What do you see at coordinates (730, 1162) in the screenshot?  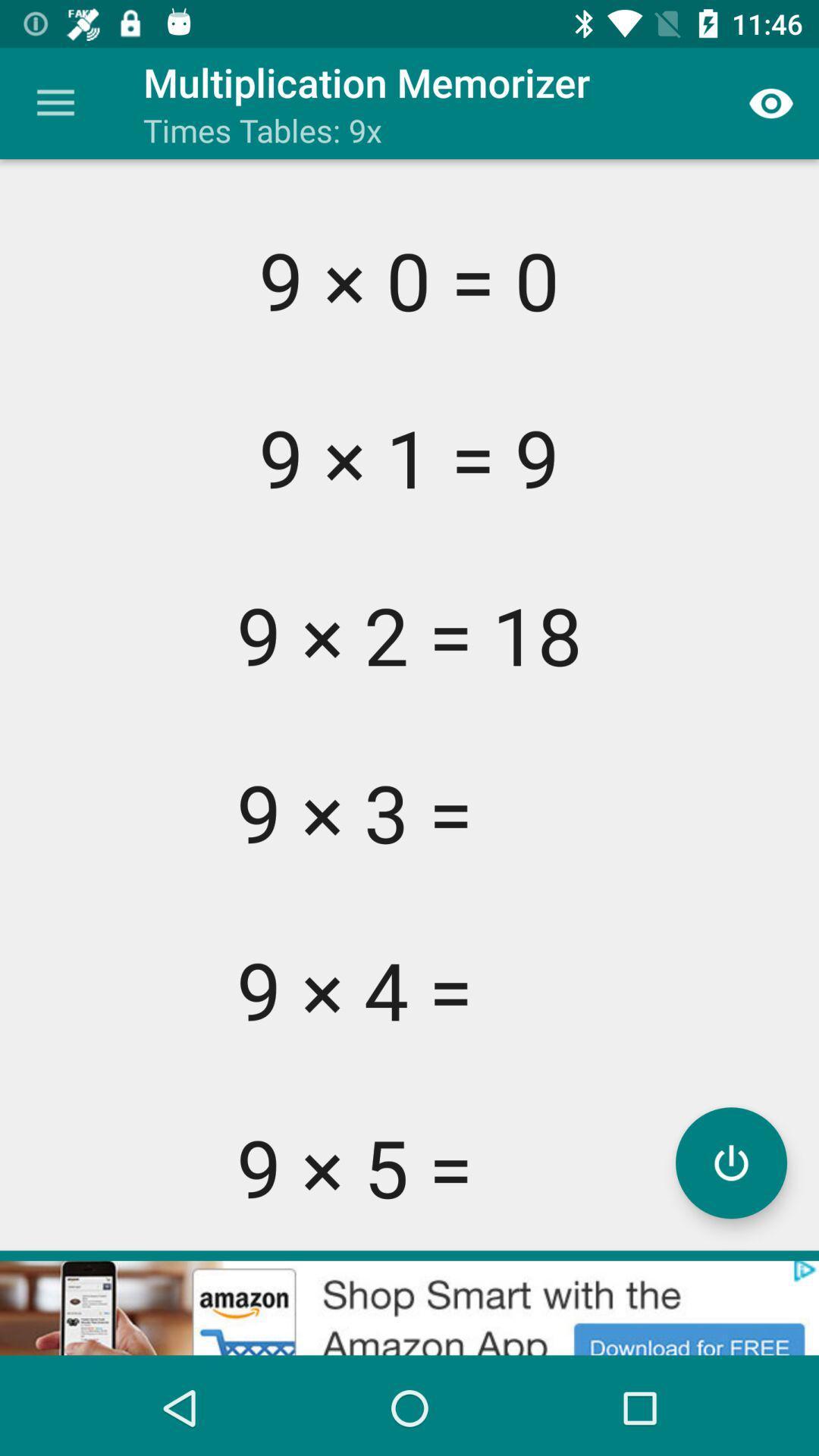 I see `power option` at bounding box center [730, 1162].